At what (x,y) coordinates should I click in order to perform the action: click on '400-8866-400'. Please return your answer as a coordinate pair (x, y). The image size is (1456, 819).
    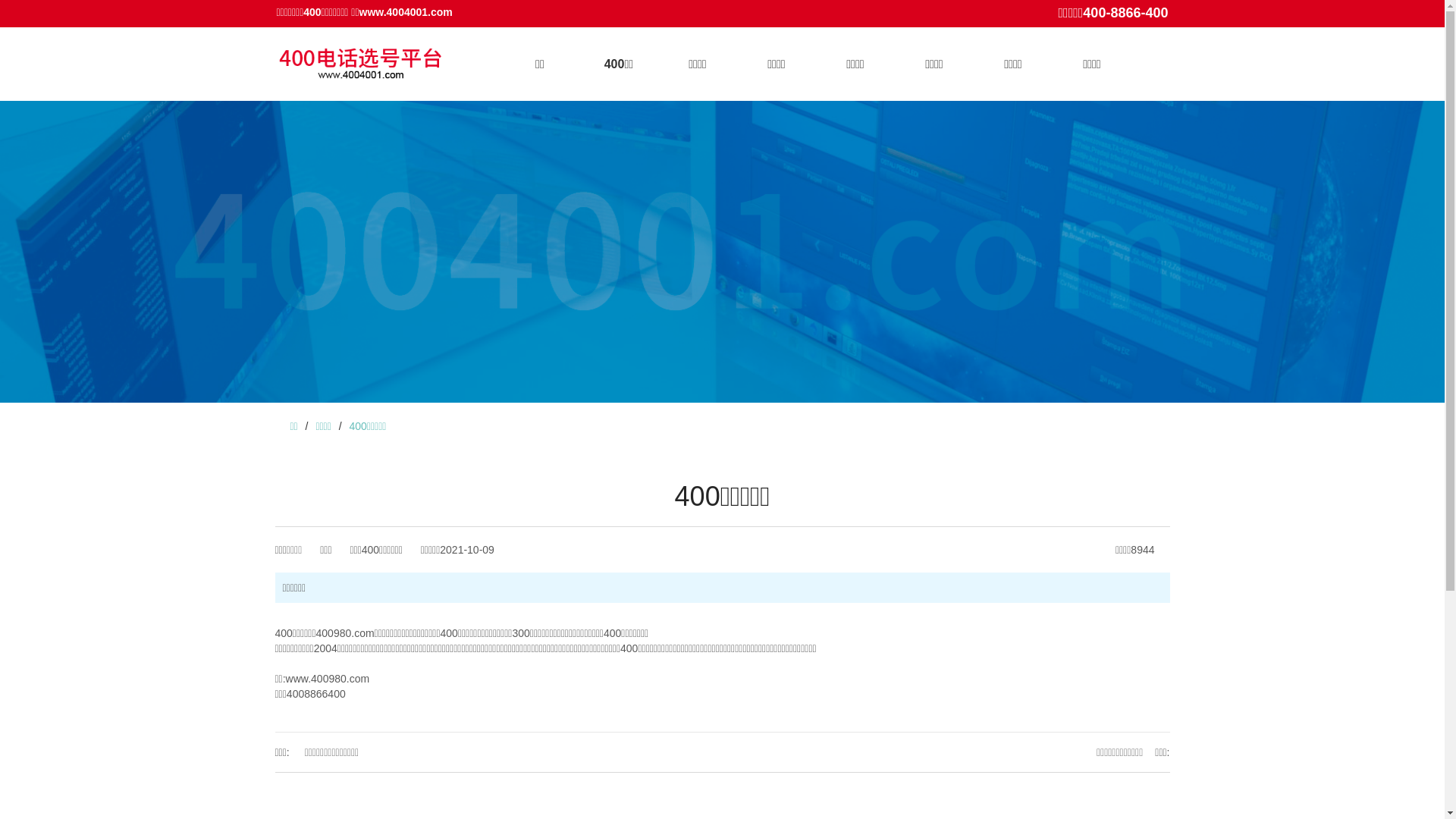
    Looking at the image, I should click on (1125, 12).